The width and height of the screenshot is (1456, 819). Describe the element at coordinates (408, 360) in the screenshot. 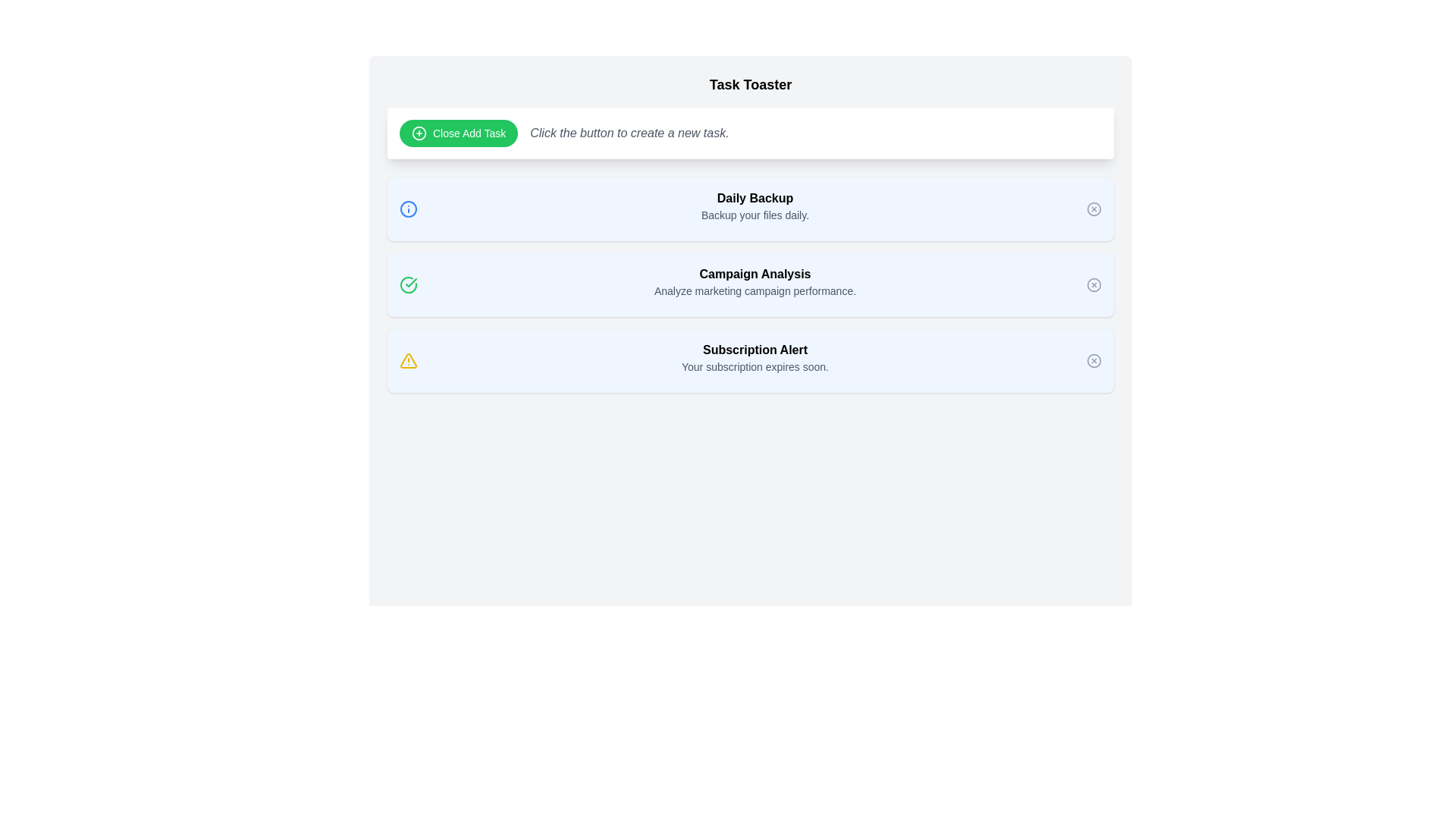

I see `the warning icon located on the left-hand side of the 'Subscription Alert' notification box, which indicates an alert or warning status` at that location.